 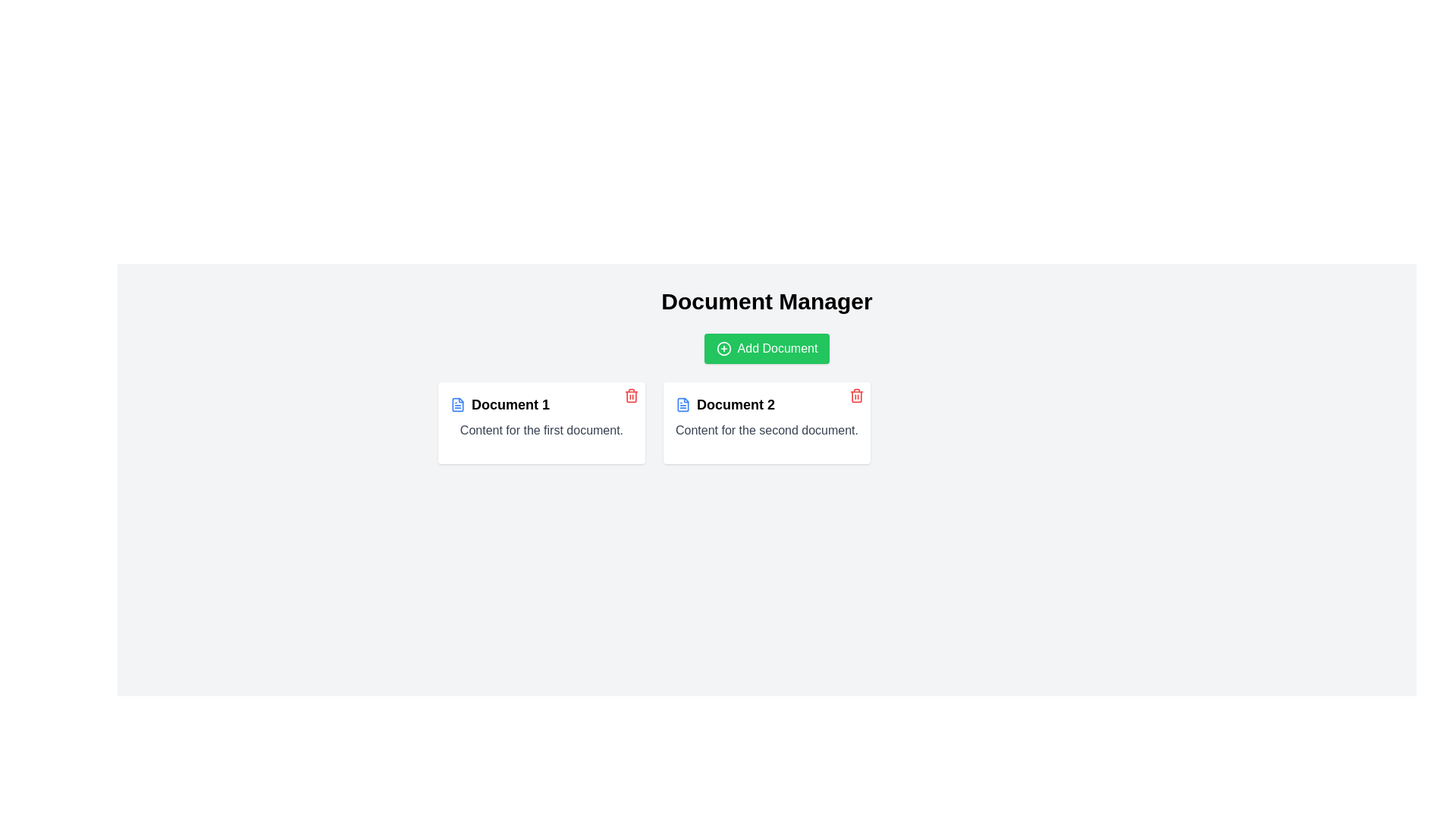 I want to click on the delete button in the upper-right corner of the 'Document 2' card, so click(x=857, y=394).